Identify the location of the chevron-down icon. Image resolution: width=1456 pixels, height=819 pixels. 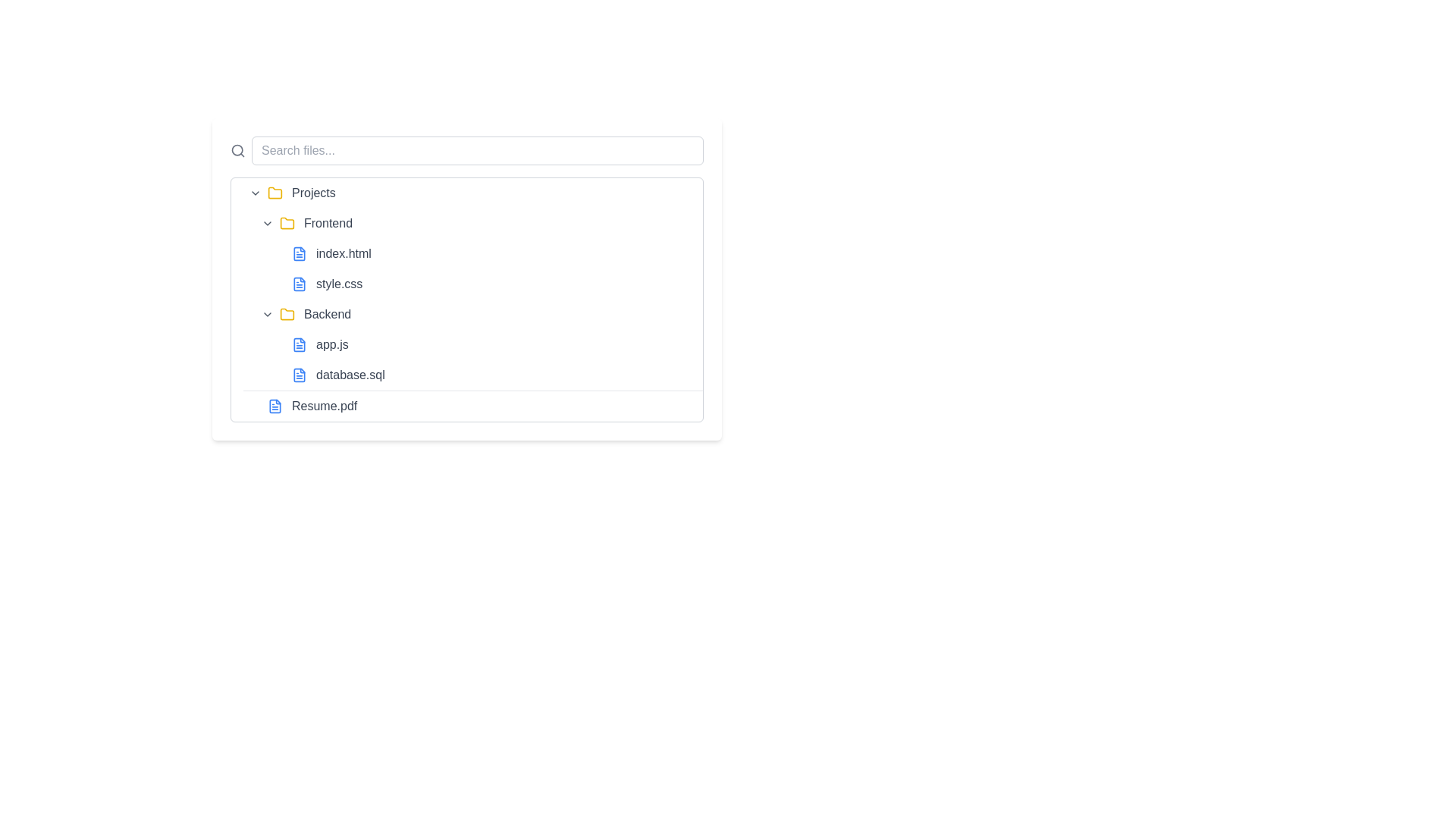
(255, 192).